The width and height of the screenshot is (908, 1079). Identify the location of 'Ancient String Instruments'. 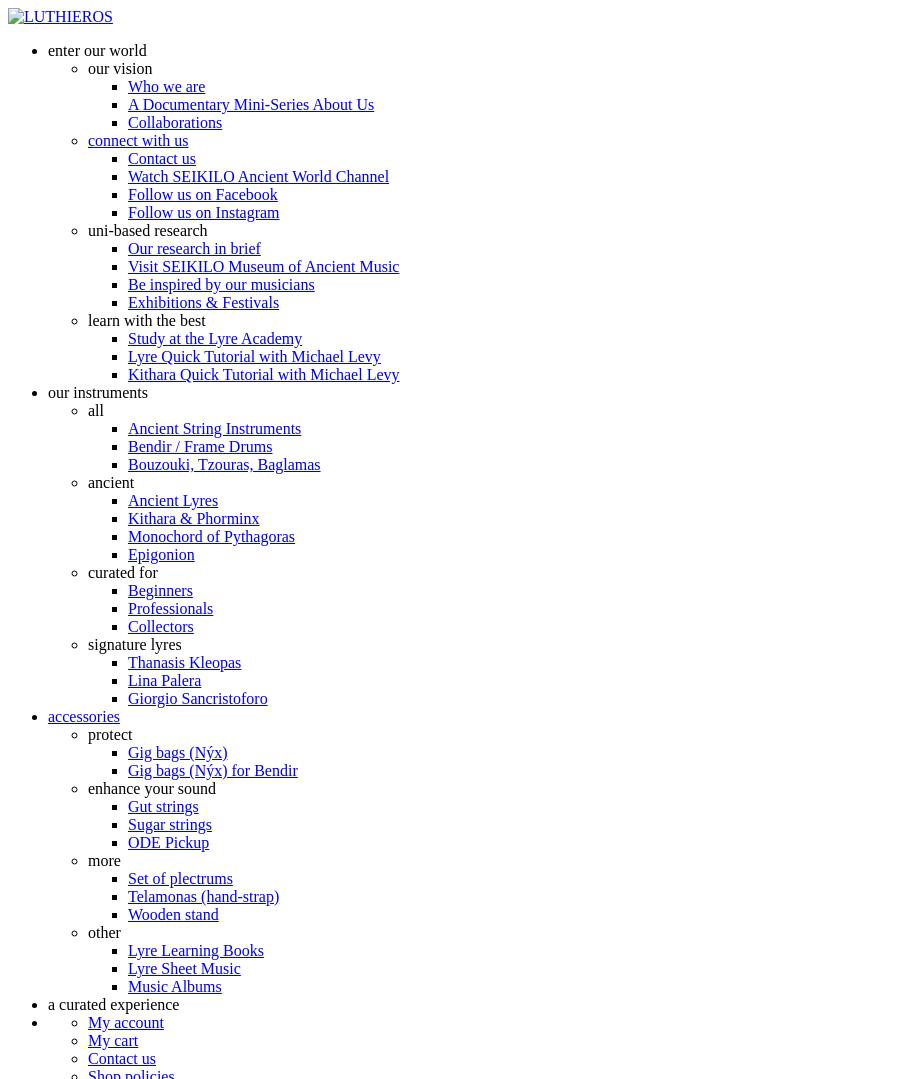
(214, 428).